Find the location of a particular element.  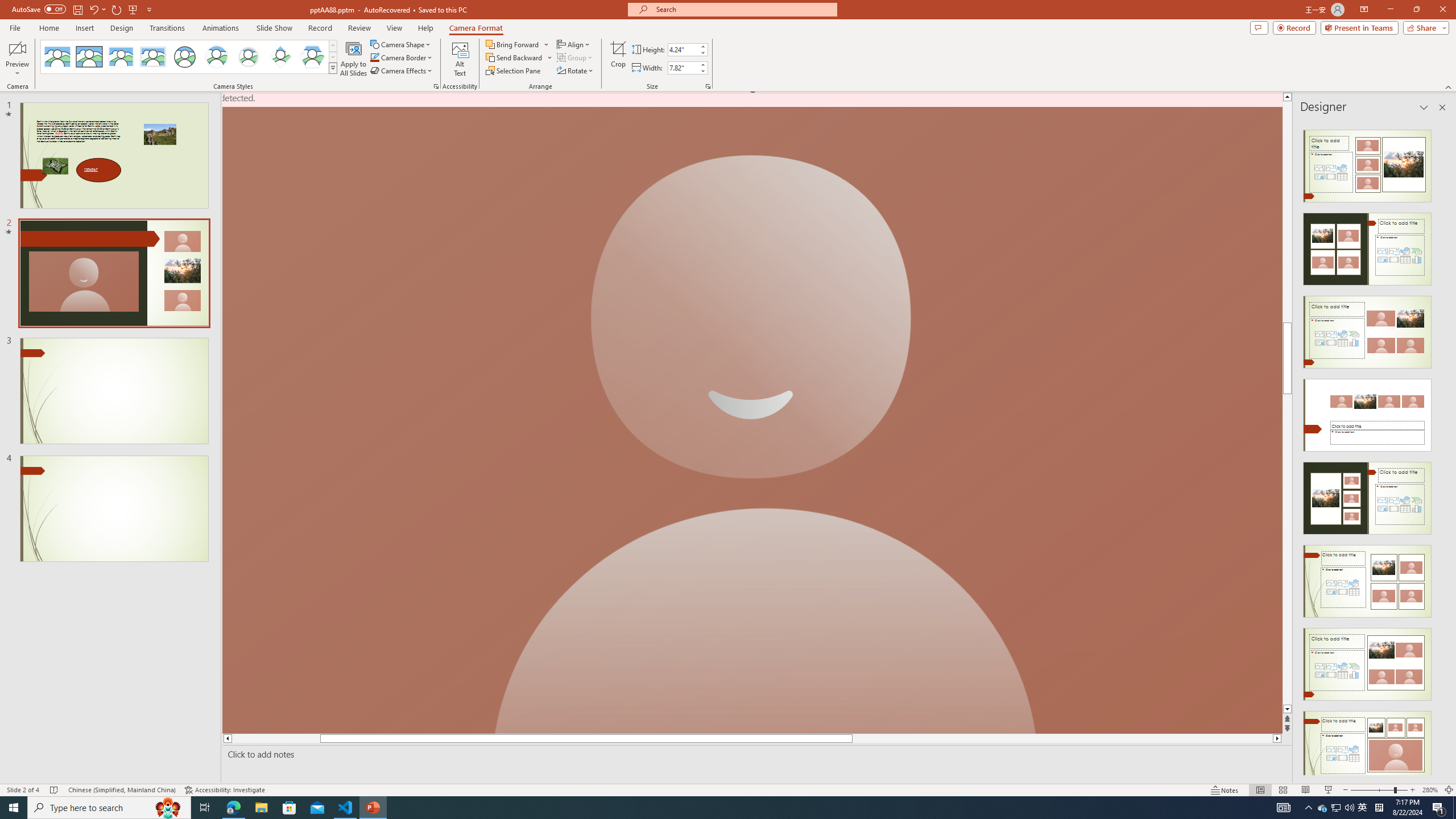

'Bring Forward' is located at coordinates (517, 44).